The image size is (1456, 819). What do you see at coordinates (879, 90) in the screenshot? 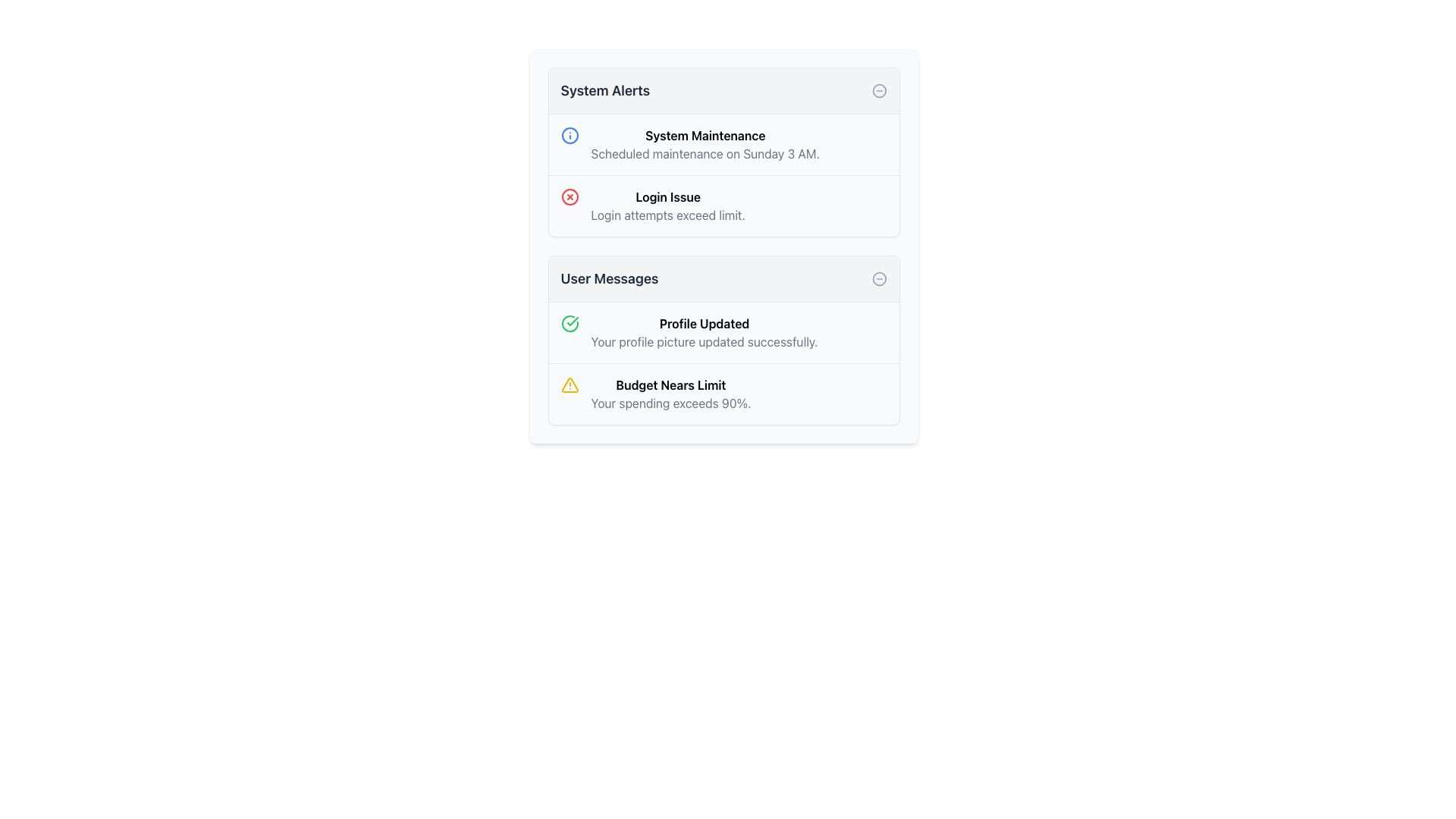
I see `the minus symbol represented by the SVG circle located in the top-right corner of the 'System Alerts' section` at bounding box center [879, 90].